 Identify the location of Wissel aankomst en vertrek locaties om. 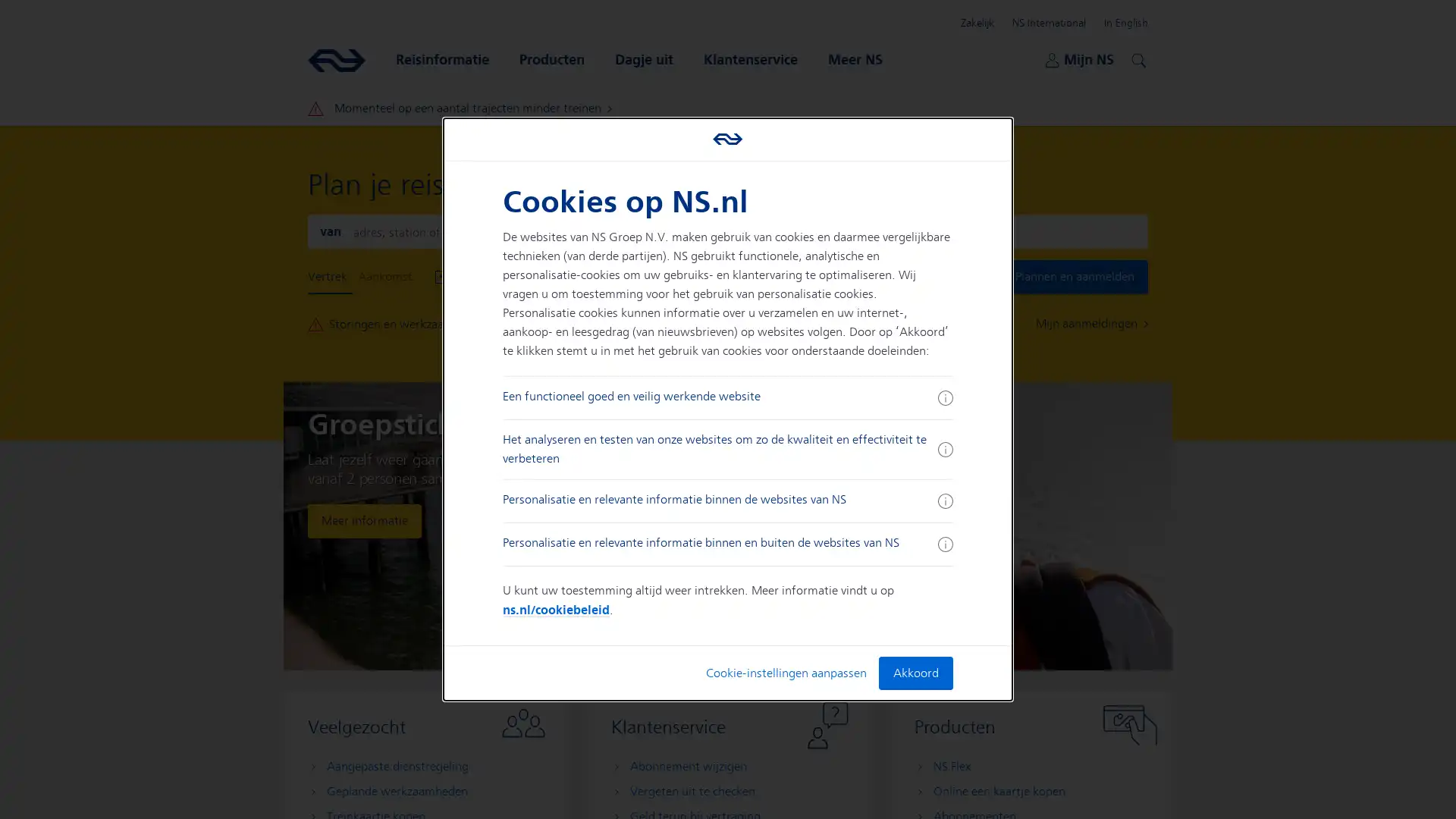
(726, 231).